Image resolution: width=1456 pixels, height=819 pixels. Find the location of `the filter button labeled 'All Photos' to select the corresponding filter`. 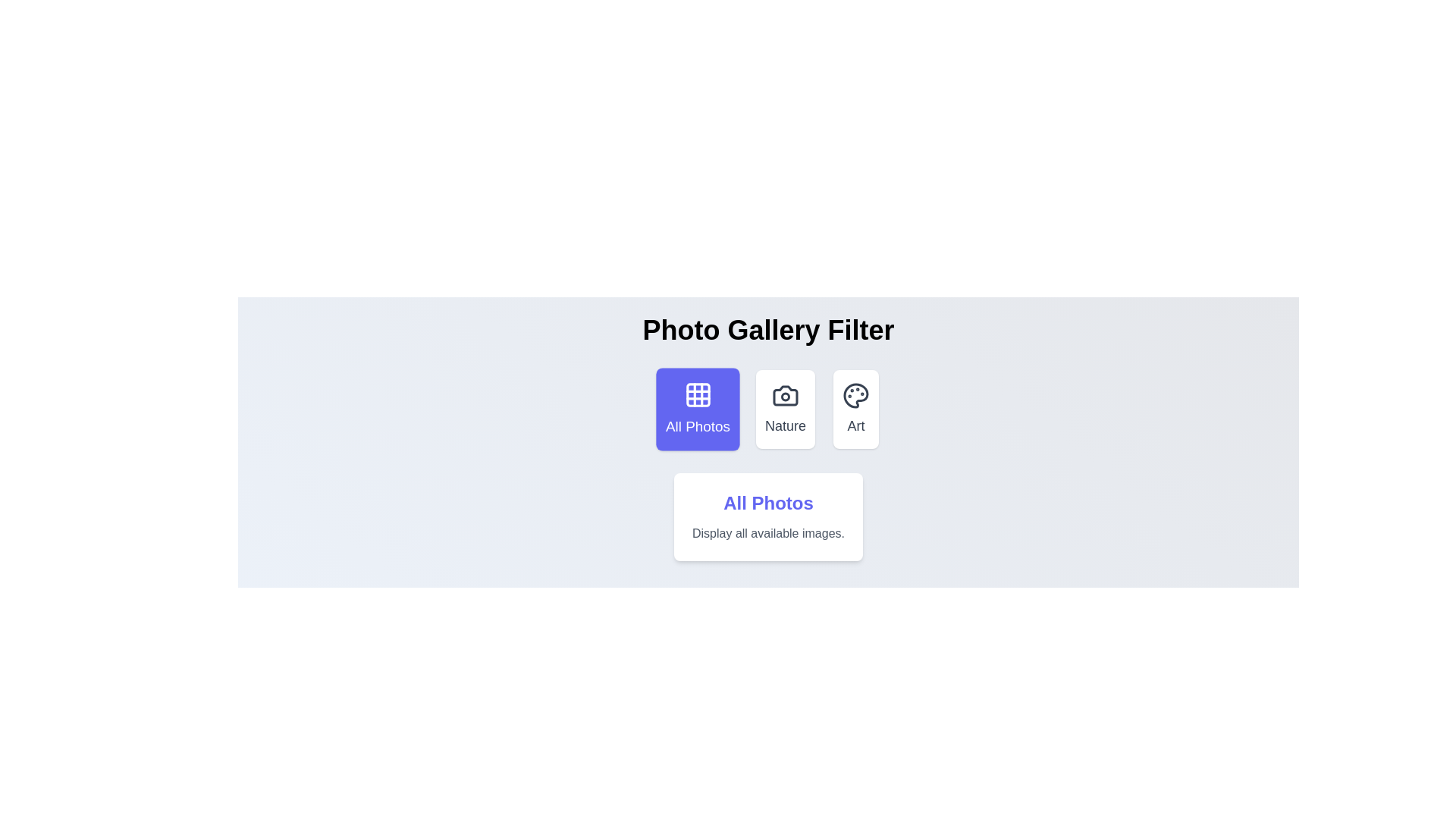

the filter button labeled 'All Photos' to select the corresponding filter is located at coordinates (697, 409).